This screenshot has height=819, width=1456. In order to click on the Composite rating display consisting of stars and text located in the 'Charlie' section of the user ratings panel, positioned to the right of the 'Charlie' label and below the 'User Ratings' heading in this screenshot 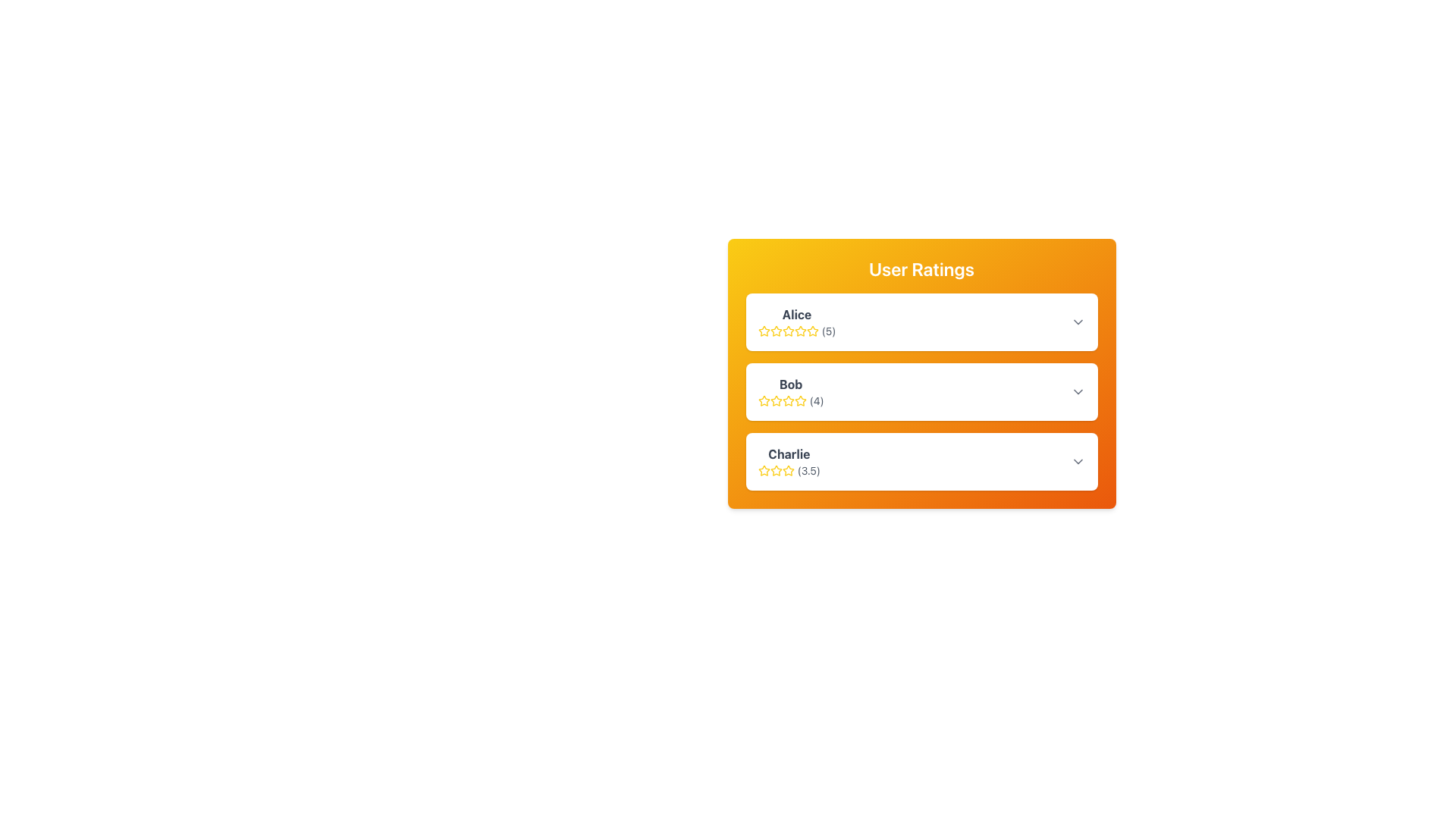, I will do `click(789, 470)`.